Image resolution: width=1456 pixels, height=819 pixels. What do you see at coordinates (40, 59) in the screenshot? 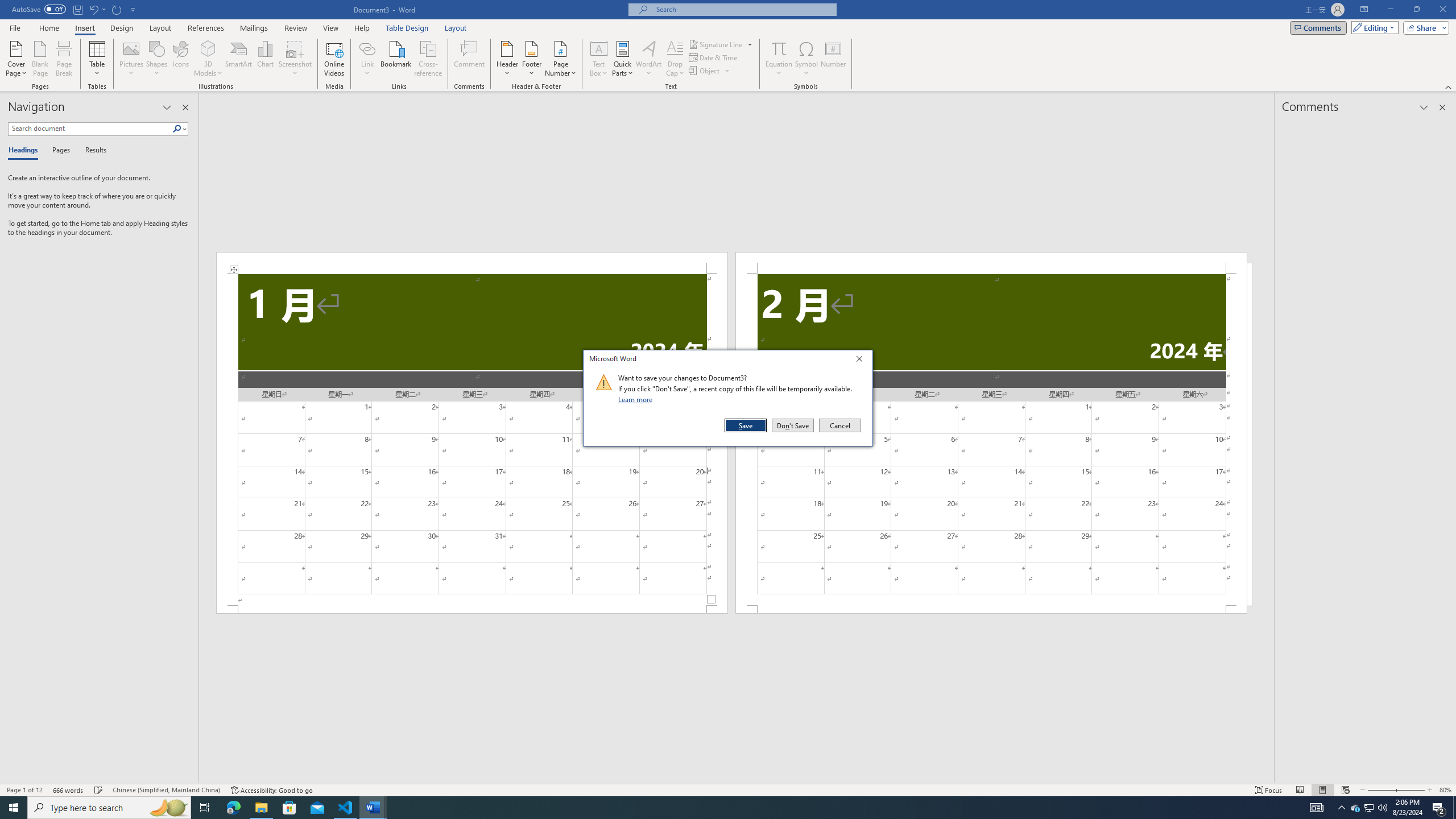
I see `'Blank Page'` at bounding box center [40, 59].